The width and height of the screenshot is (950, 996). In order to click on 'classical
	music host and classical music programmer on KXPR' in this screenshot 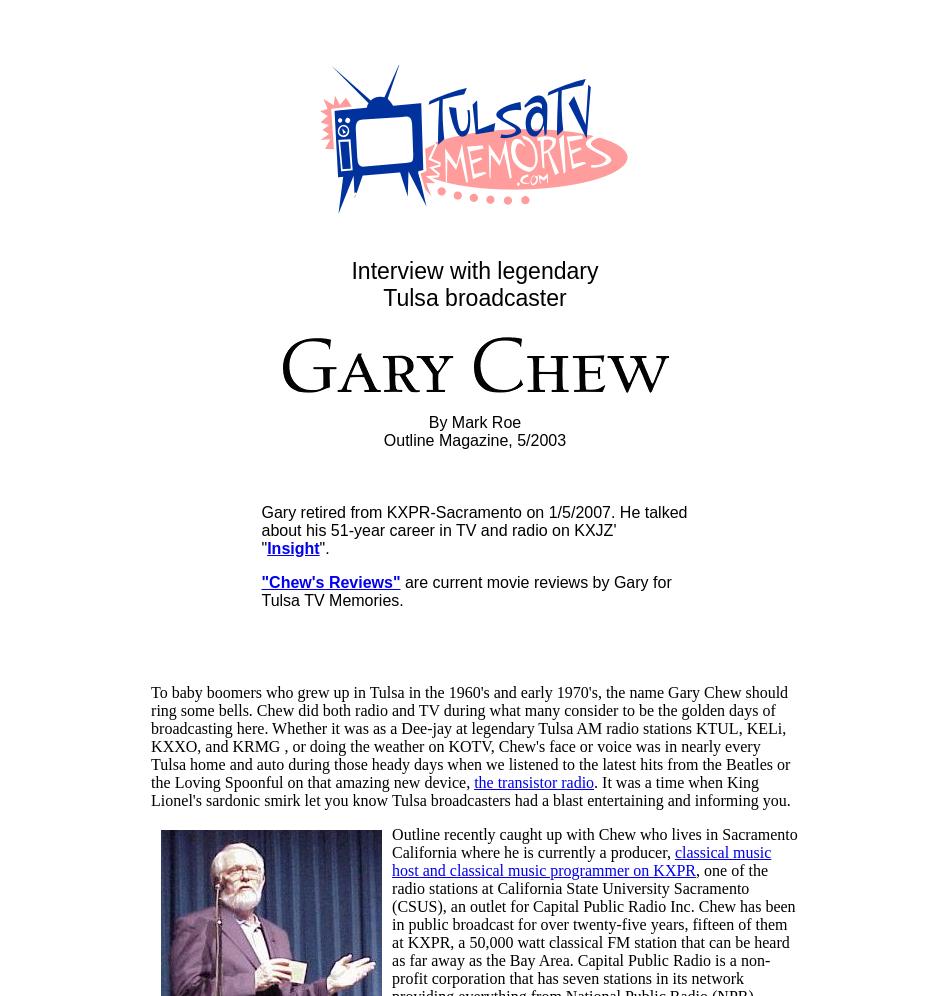, I will do `click(581, 861)`.